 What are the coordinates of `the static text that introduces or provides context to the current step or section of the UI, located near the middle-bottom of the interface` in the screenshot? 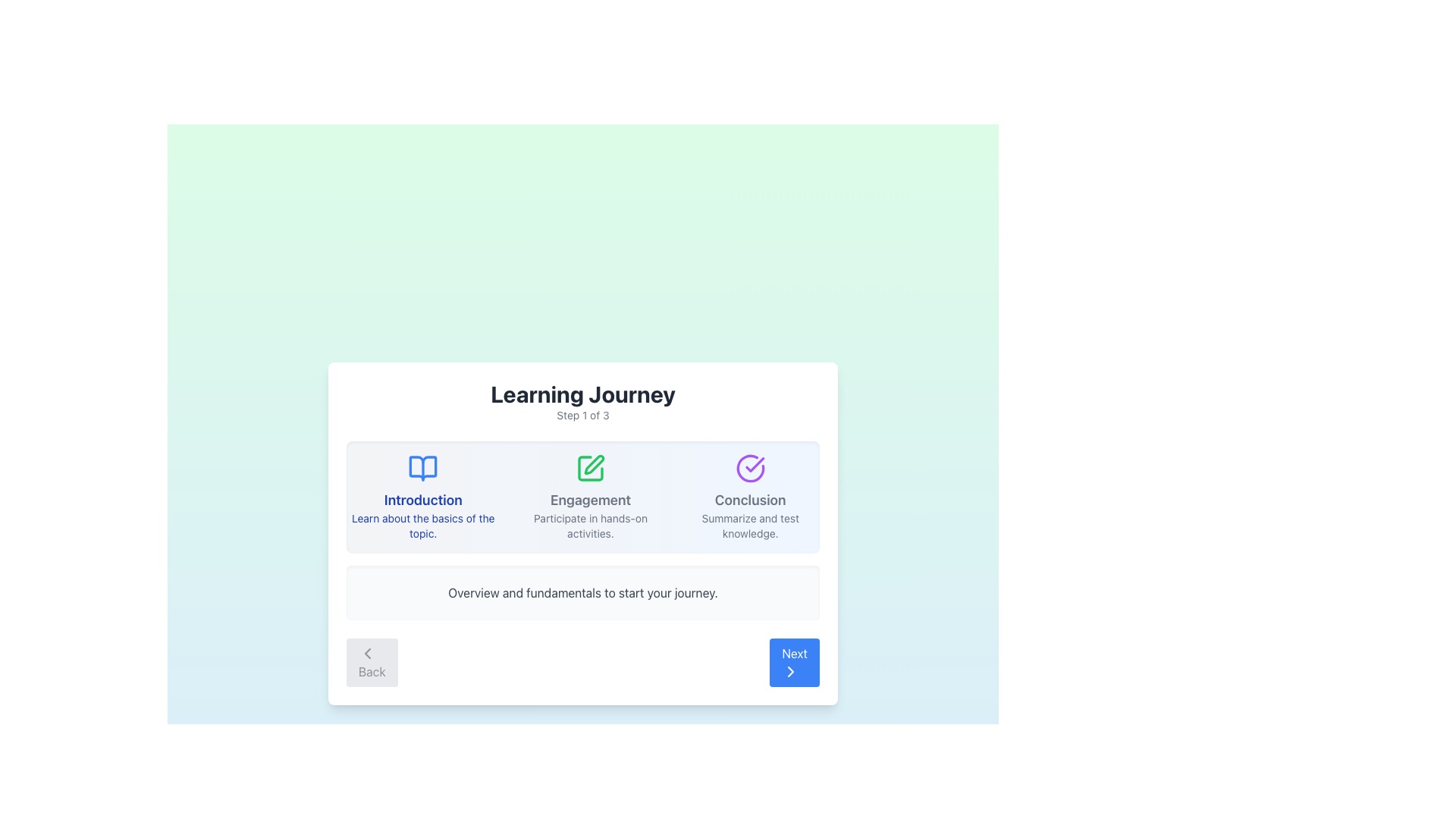 It's located at (582, 592).